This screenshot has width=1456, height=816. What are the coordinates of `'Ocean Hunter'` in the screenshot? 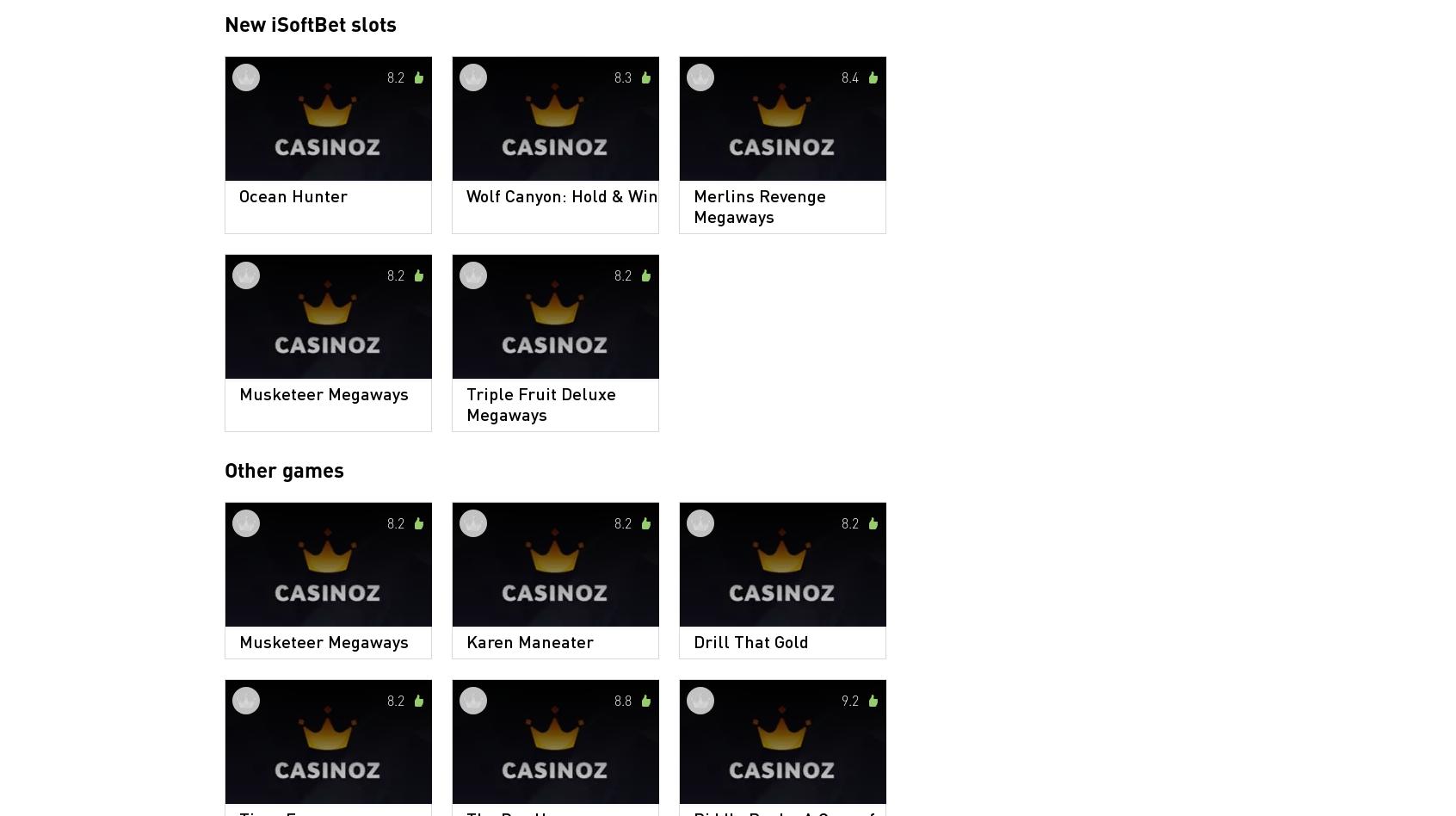 It's located at (292, 194).